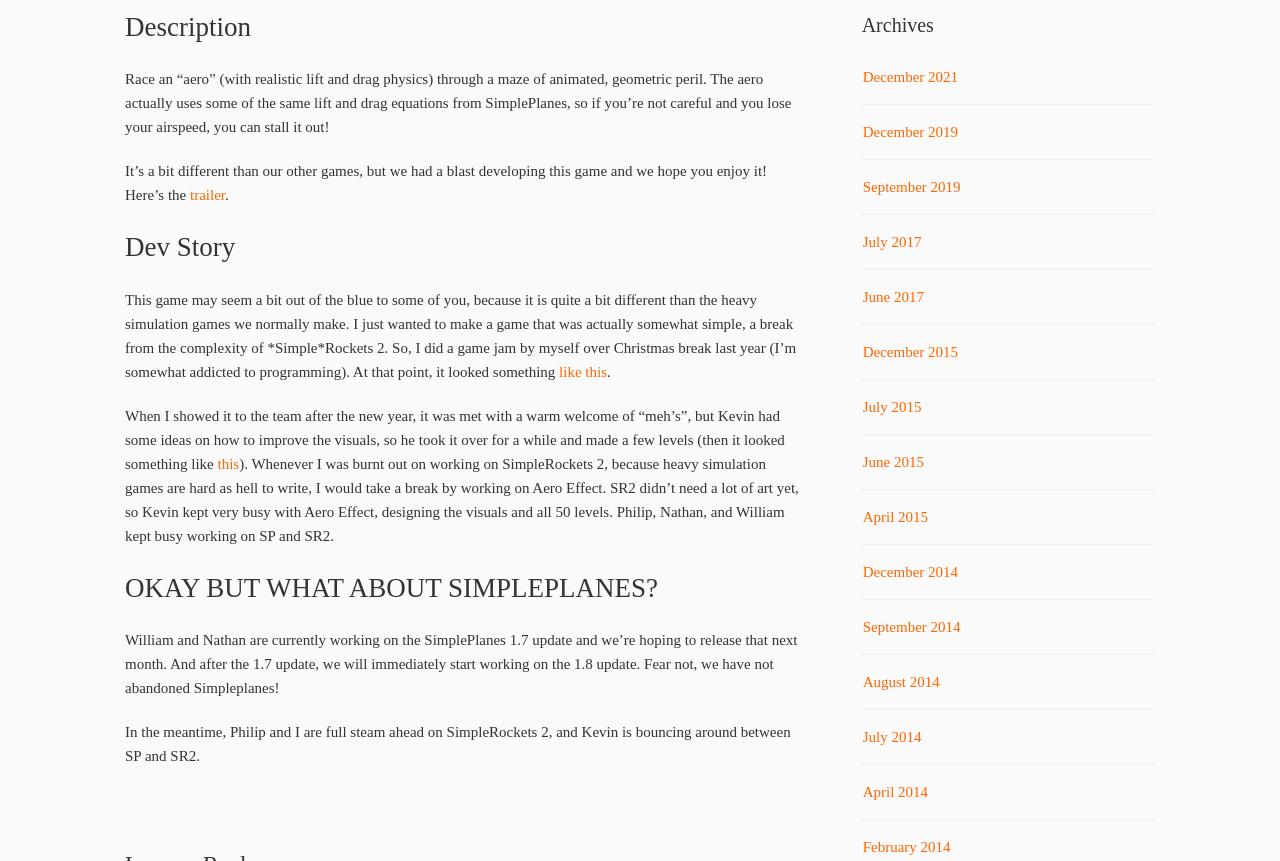 This screenshot has height=861, width=1280. Describe the element at coordinates (582, 371) in the screenshot. I see `'like this'` at that location.